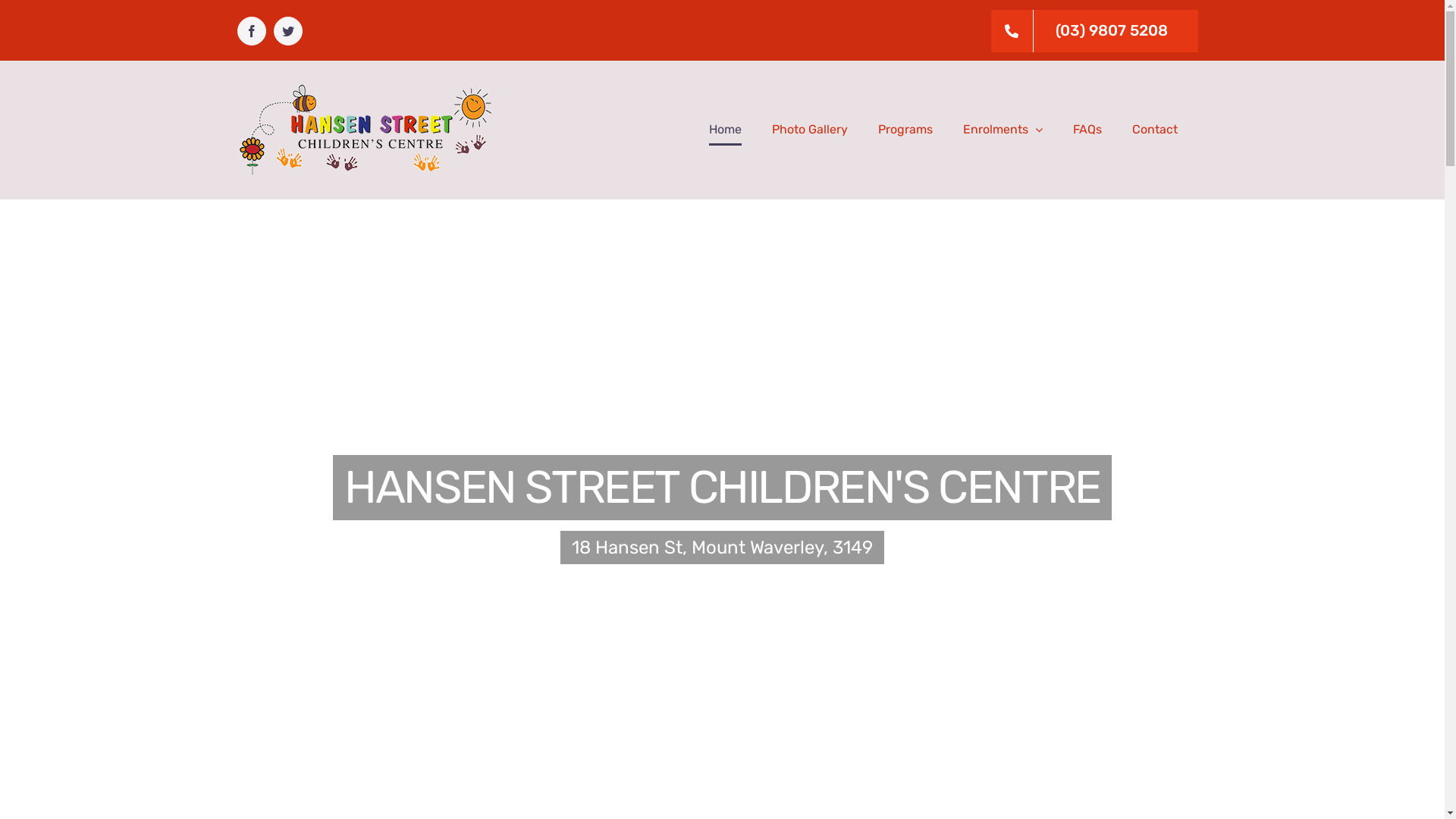 This screenshot has height=819, width=1456. Describe the element at coordinates (981, 31) in the screenshot. I see `'(03) 9807 5208'` at that location.